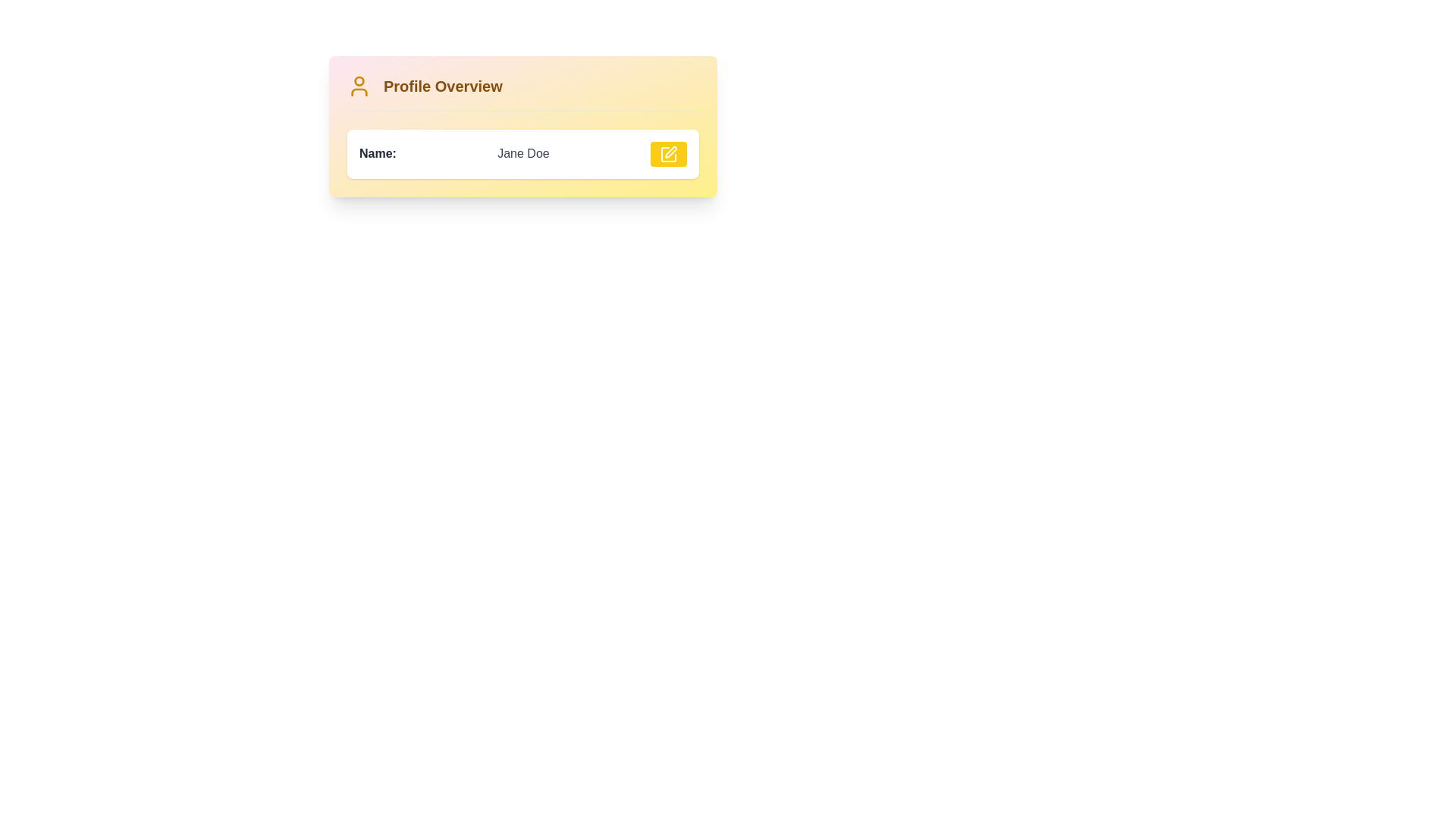  I want to click on the Icon button with a pen or pencil overlay located within the 'Profile Overview' card, to the right of the label 'Name:' to initiate an edit action, so click(668, 154).